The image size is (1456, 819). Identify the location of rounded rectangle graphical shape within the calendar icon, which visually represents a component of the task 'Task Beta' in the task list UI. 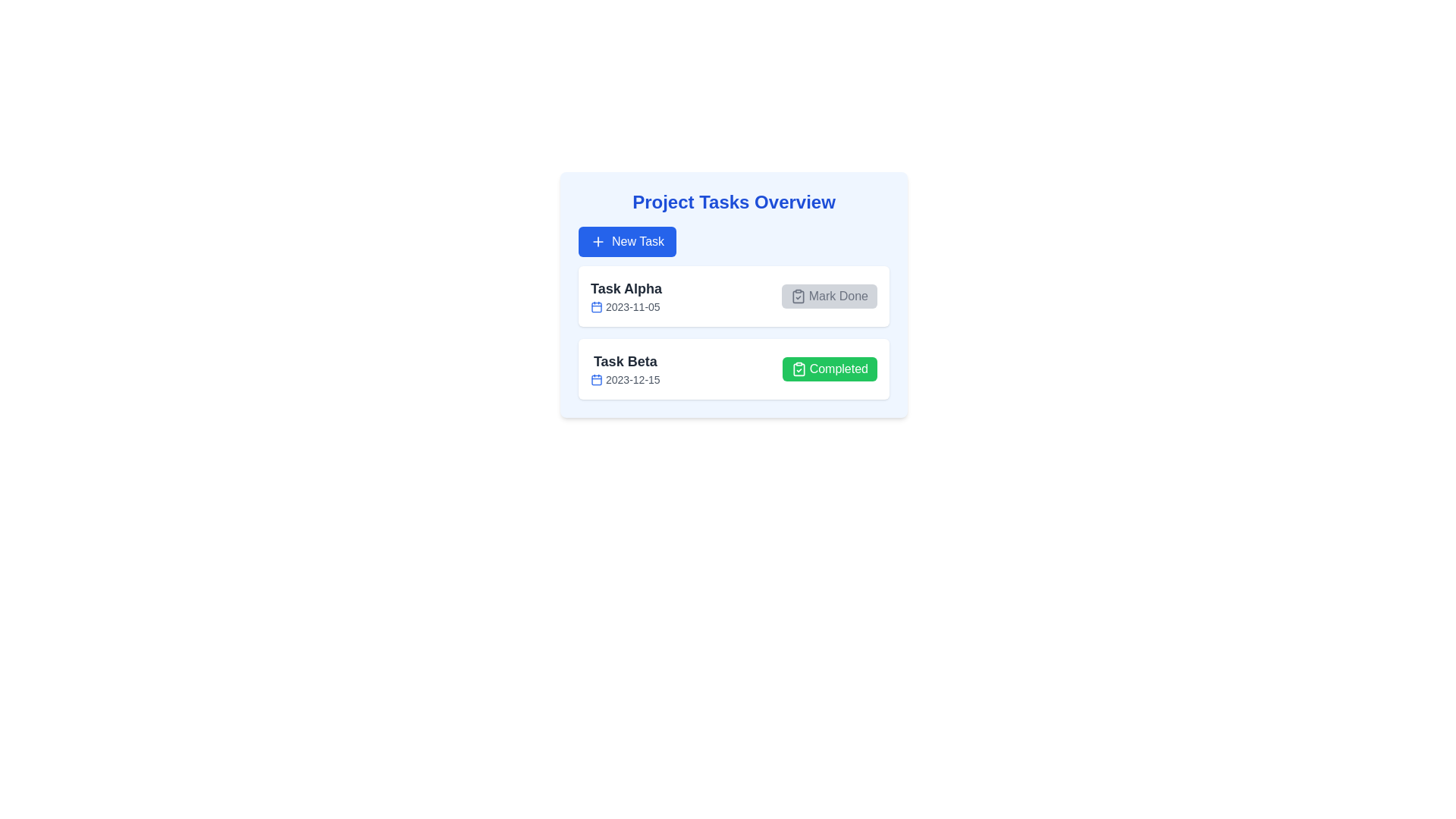
(596, 379).